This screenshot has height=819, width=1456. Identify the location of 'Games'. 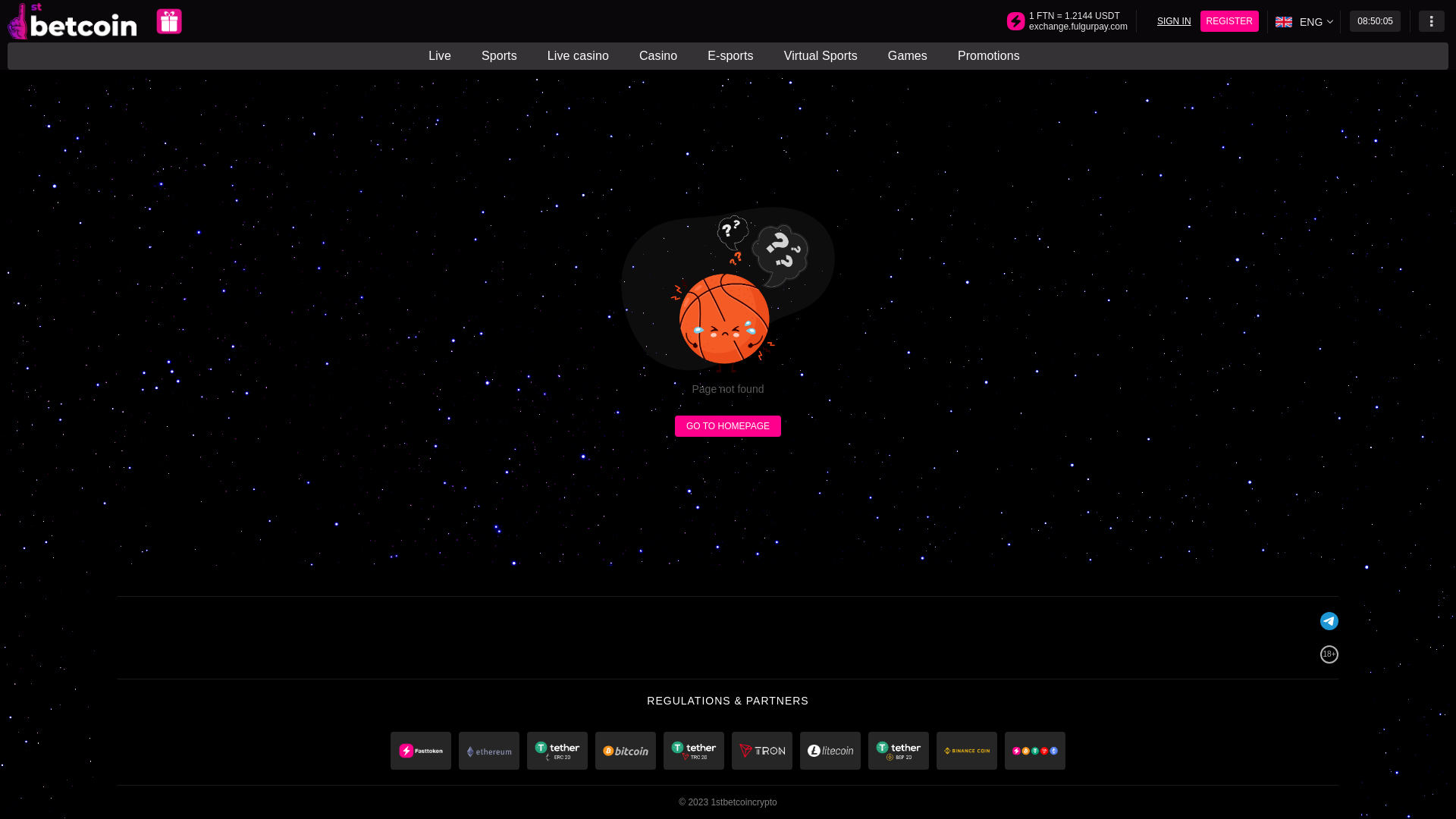
(907, 55).